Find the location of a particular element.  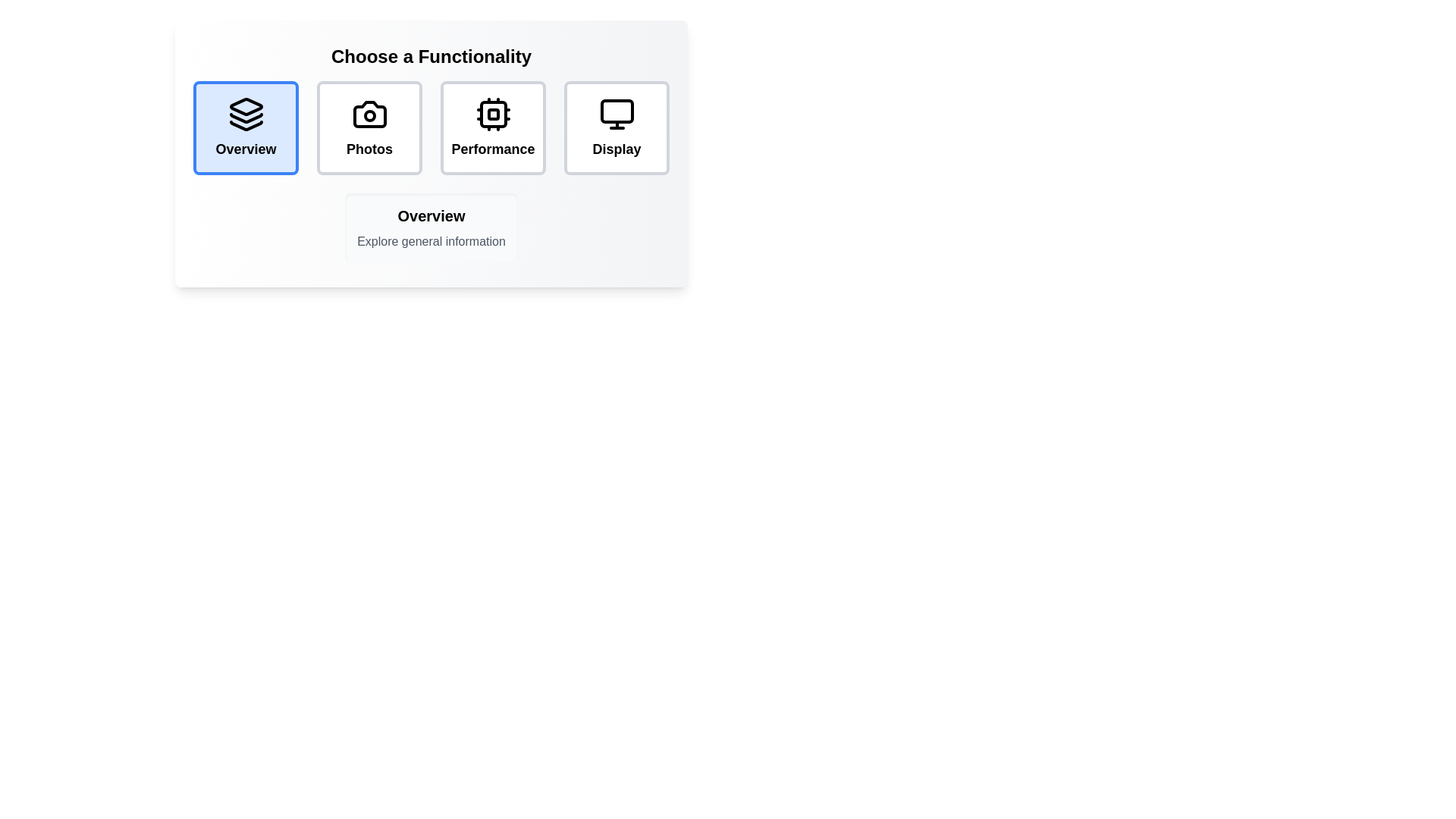

attention on the 'Photos' text label is located at coordinates (369, 149).